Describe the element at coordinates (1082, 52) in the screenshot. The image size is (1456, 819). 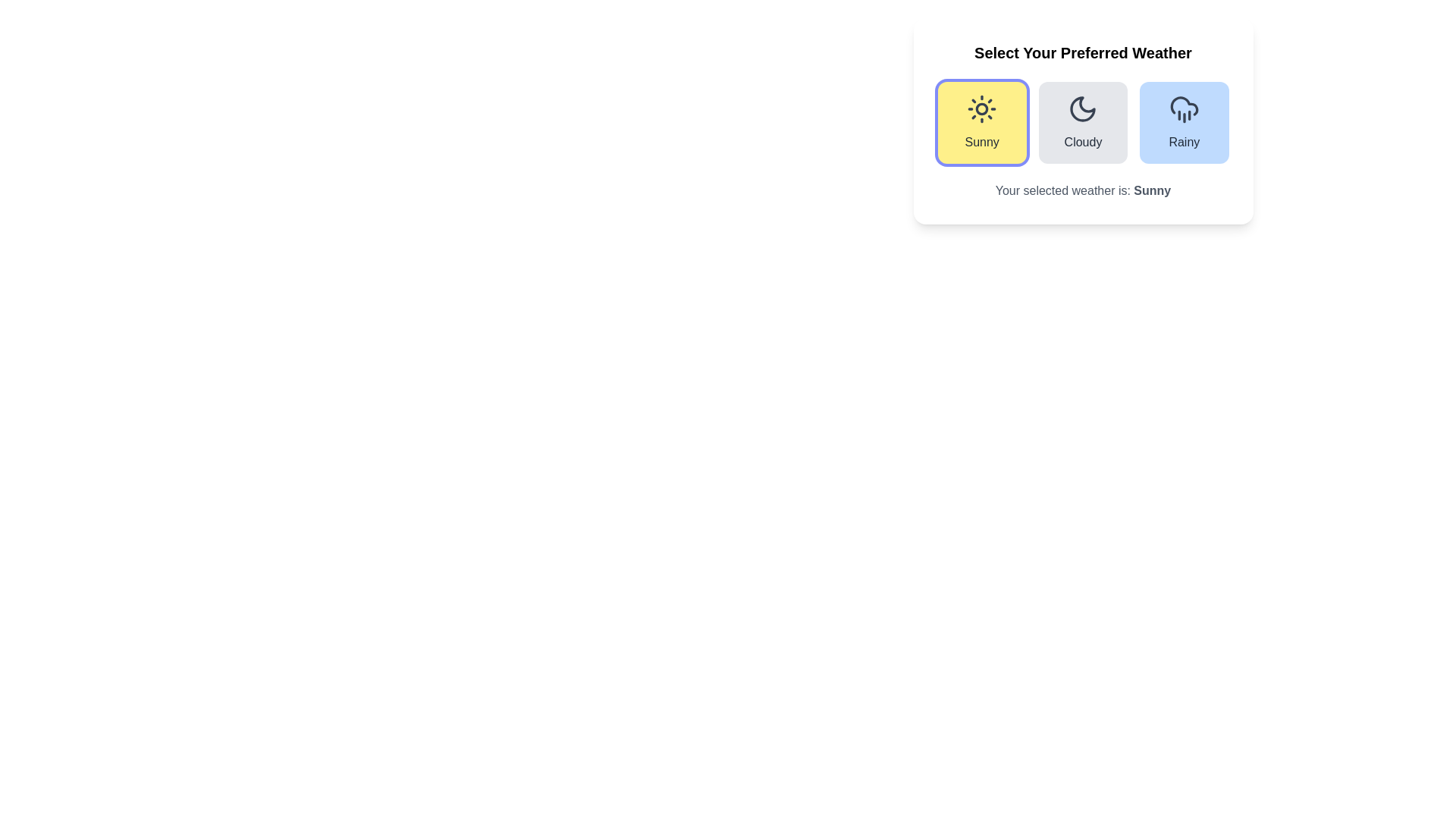
I see `the heading text label that indicates the purpose of the weather selection interface, positioned at the top of the box containing options for 'Sunny,' 'Cloudy,' and 'Rainy.'` at that location.